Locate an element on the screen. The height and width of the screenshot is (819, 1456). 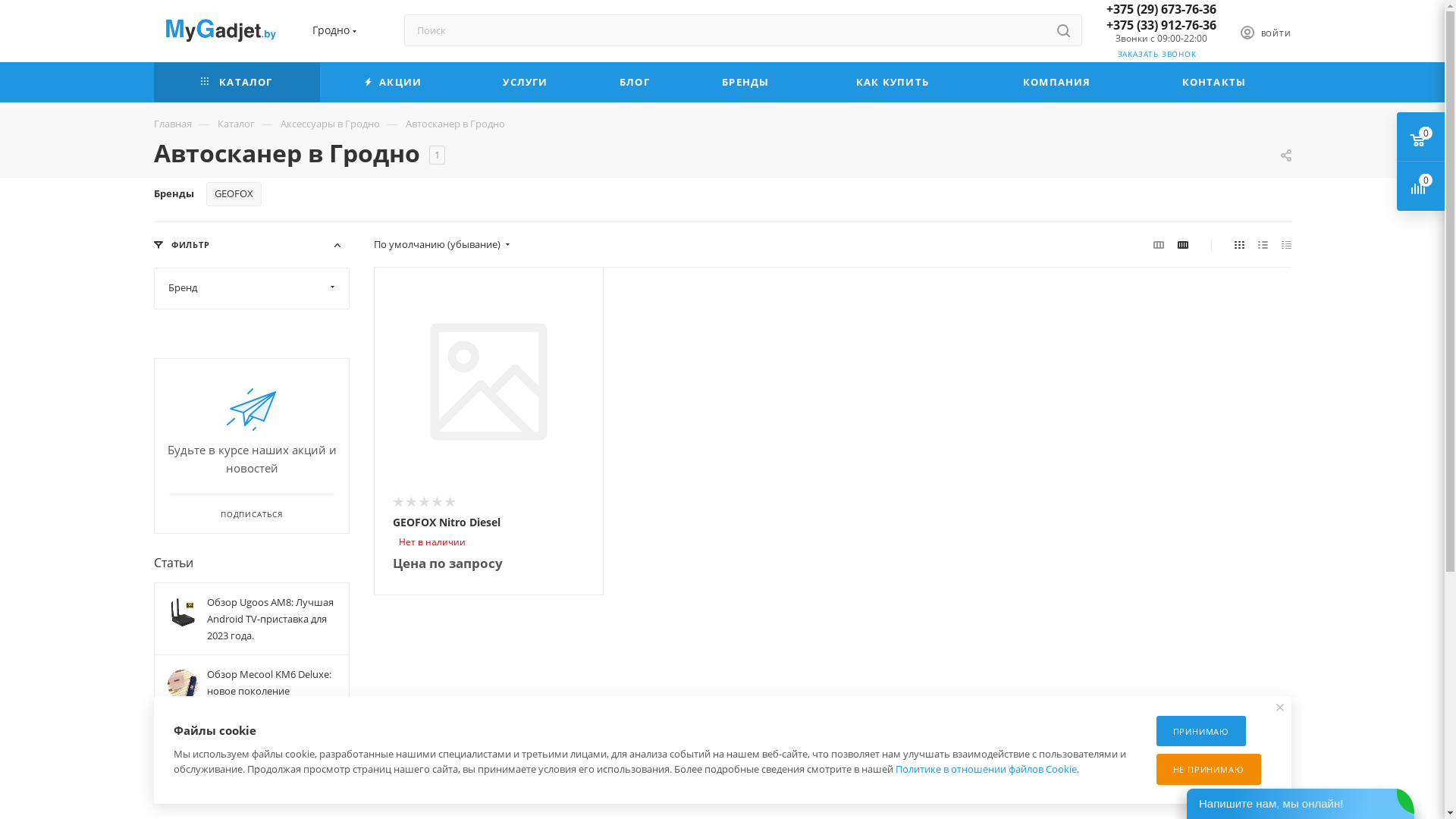
'+375 (29) 673-76-36' is located at coordinates (1159, 8).